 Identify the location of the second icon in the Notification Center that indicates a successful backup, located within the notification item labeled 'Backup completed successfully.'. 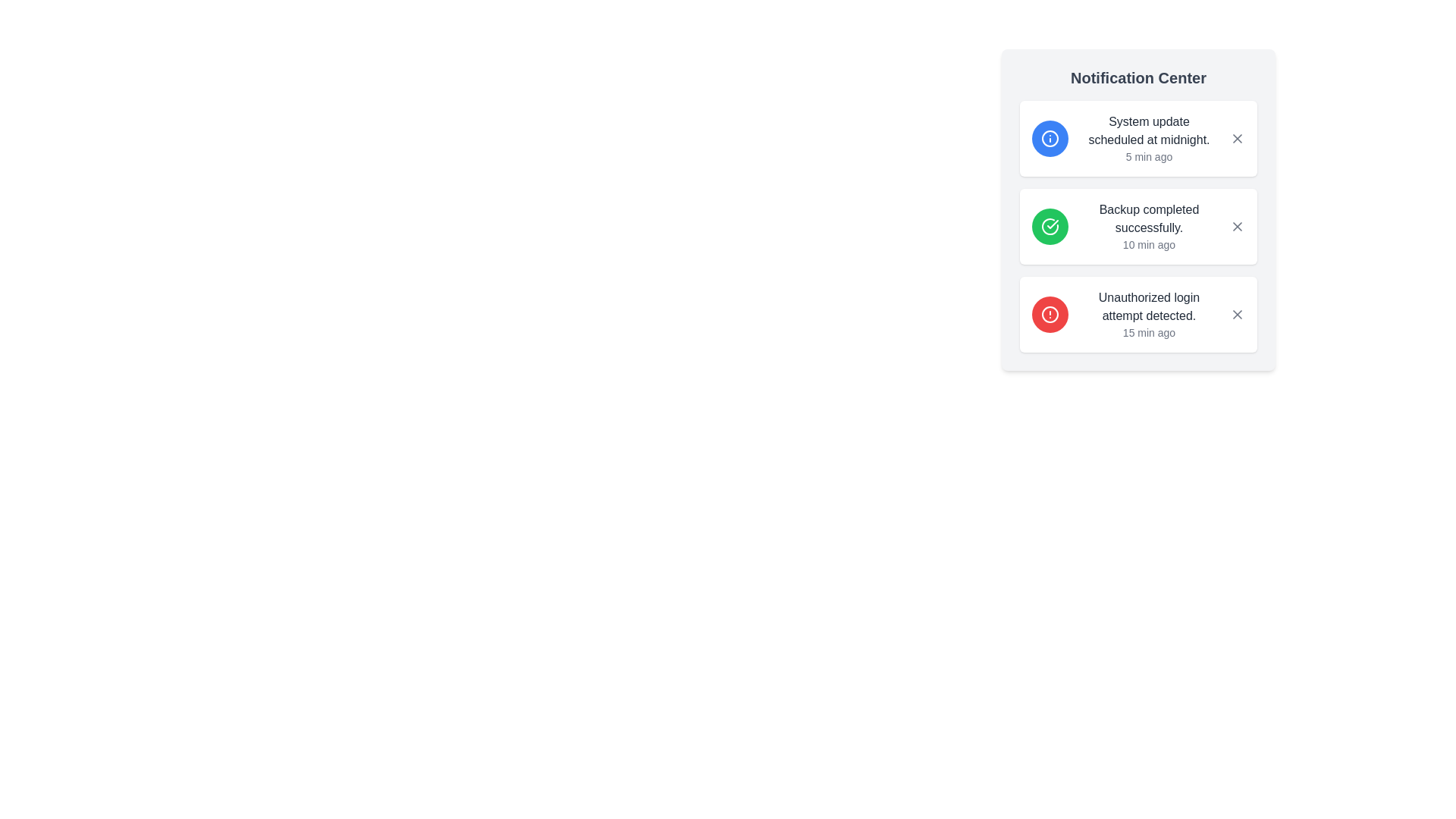
(1050, 227).